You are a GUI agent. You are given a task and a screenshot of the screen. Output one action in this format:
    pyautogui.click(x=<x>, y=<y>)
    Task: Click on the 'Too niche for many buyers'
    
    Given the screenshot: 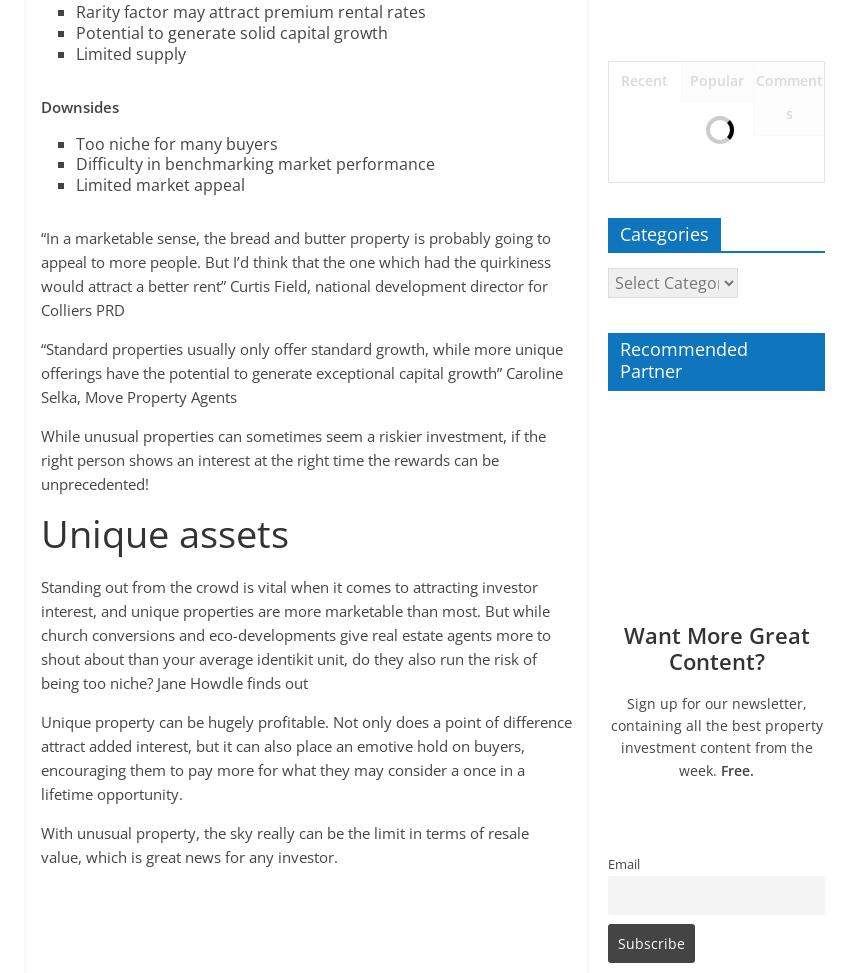 What is the action you would take?
    pyautogui.click(x=74, y=143)
    